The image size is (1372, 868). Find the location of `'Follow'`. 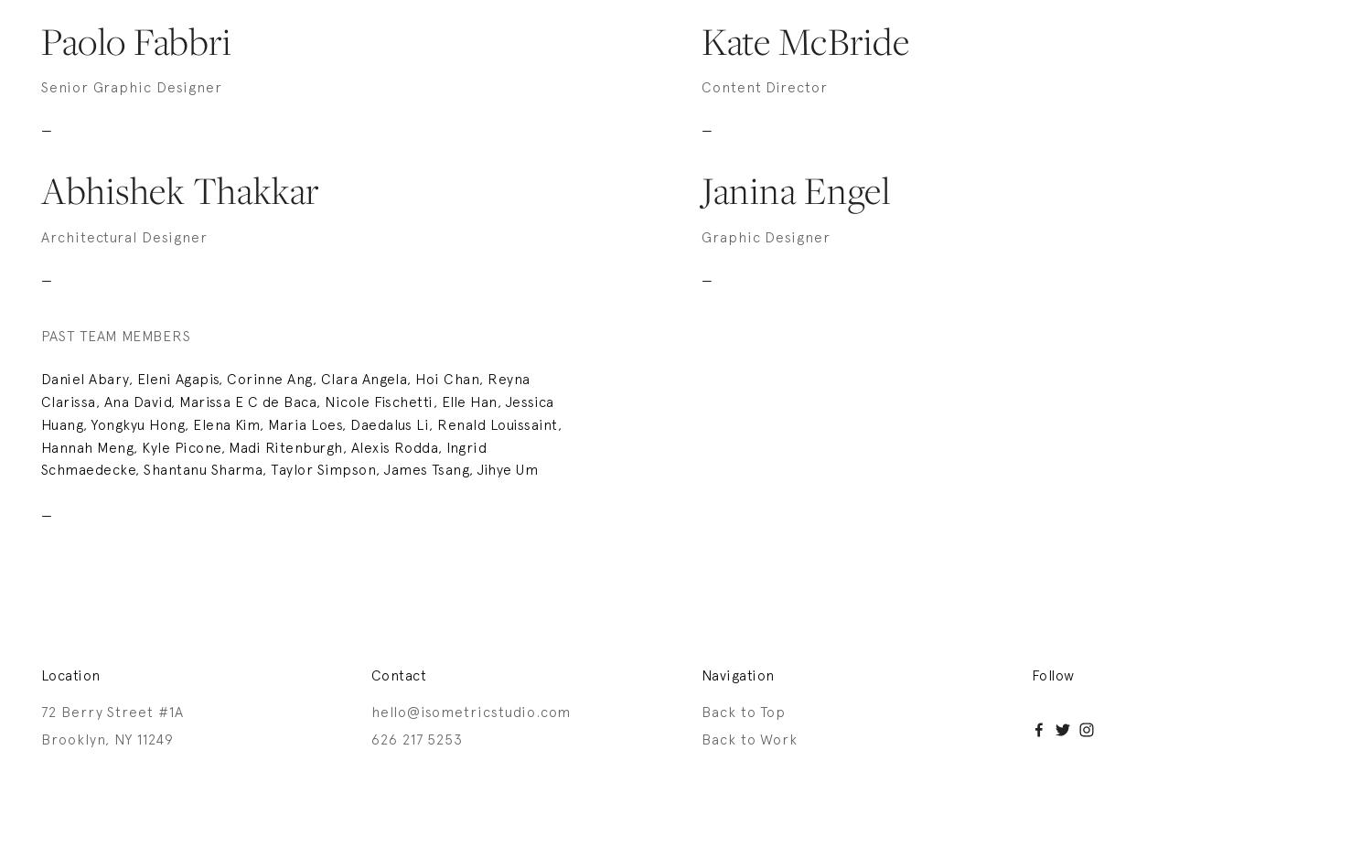

'Follow' is located at coordinates (1052, 675).